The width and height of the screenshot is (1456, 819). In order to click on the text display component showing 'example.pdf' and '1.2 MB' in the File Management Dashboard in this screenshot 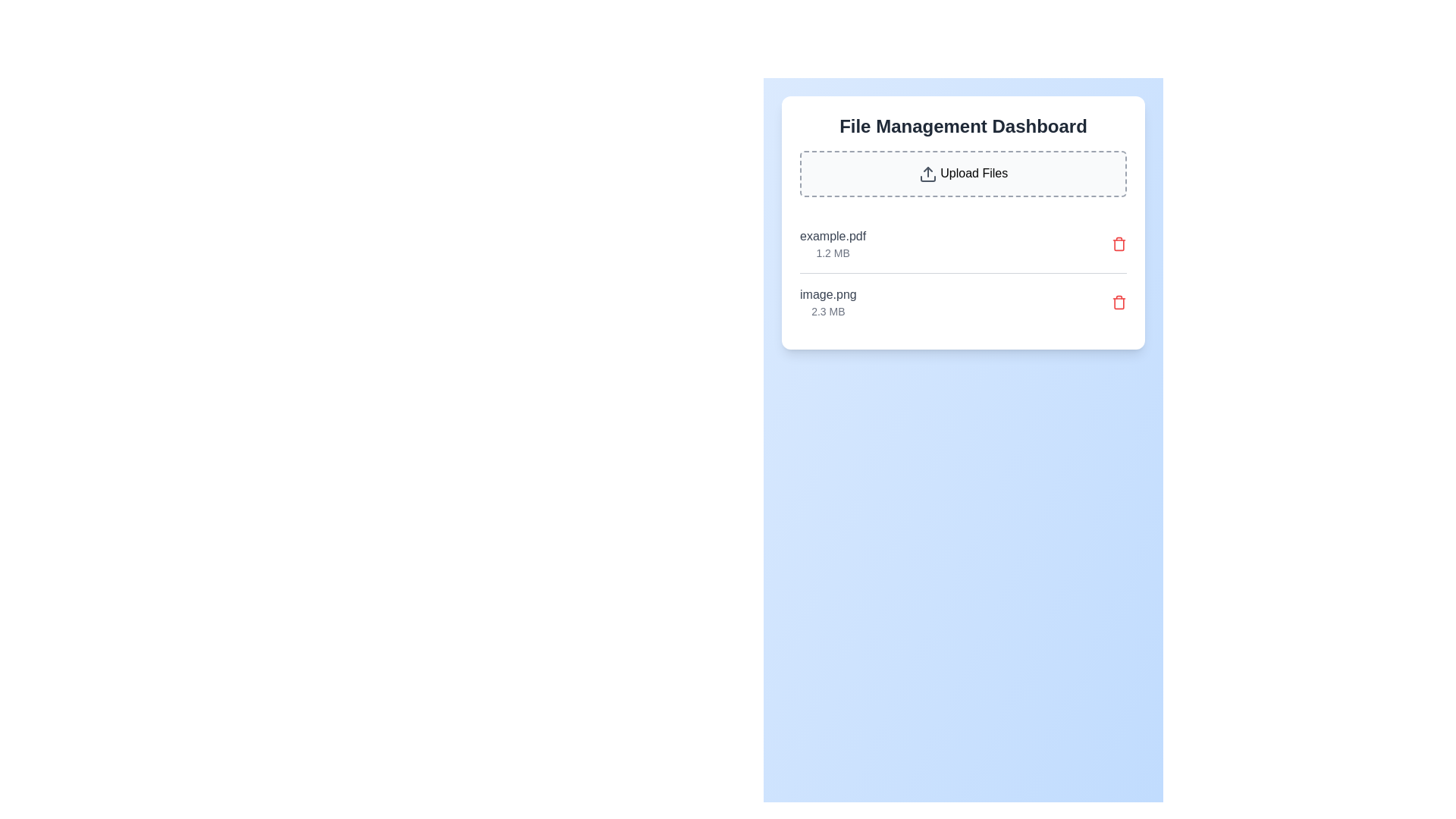, I will do `click(832, 243)`.